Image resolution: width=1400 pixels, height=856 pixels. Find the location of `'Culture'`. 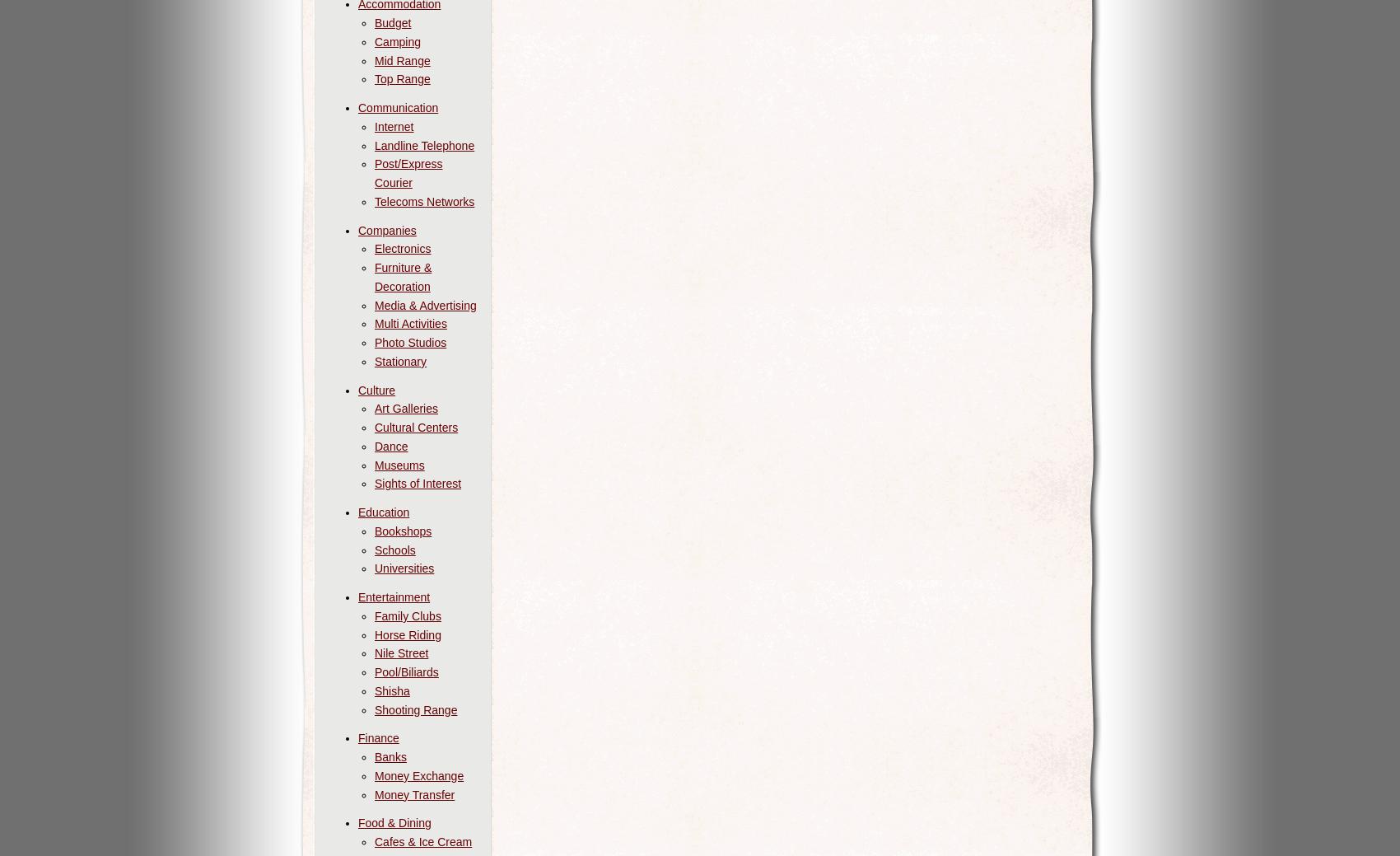

'Culture' is located at coordinates (358, 388).